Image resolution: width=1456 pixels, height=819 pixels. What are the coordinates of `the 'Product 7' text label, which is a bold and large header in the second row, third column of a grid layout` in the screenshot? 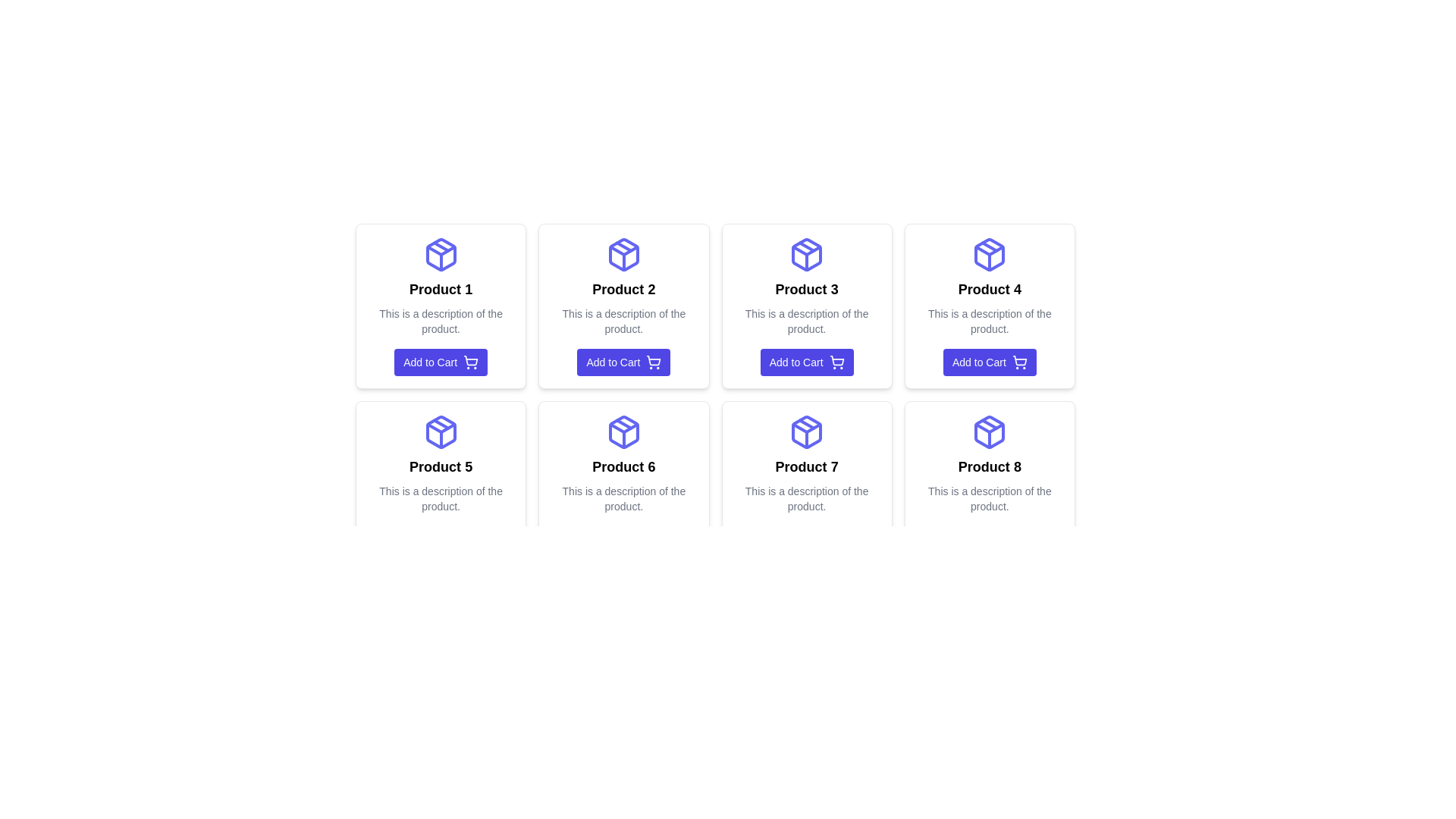 It's located at (806, 466).